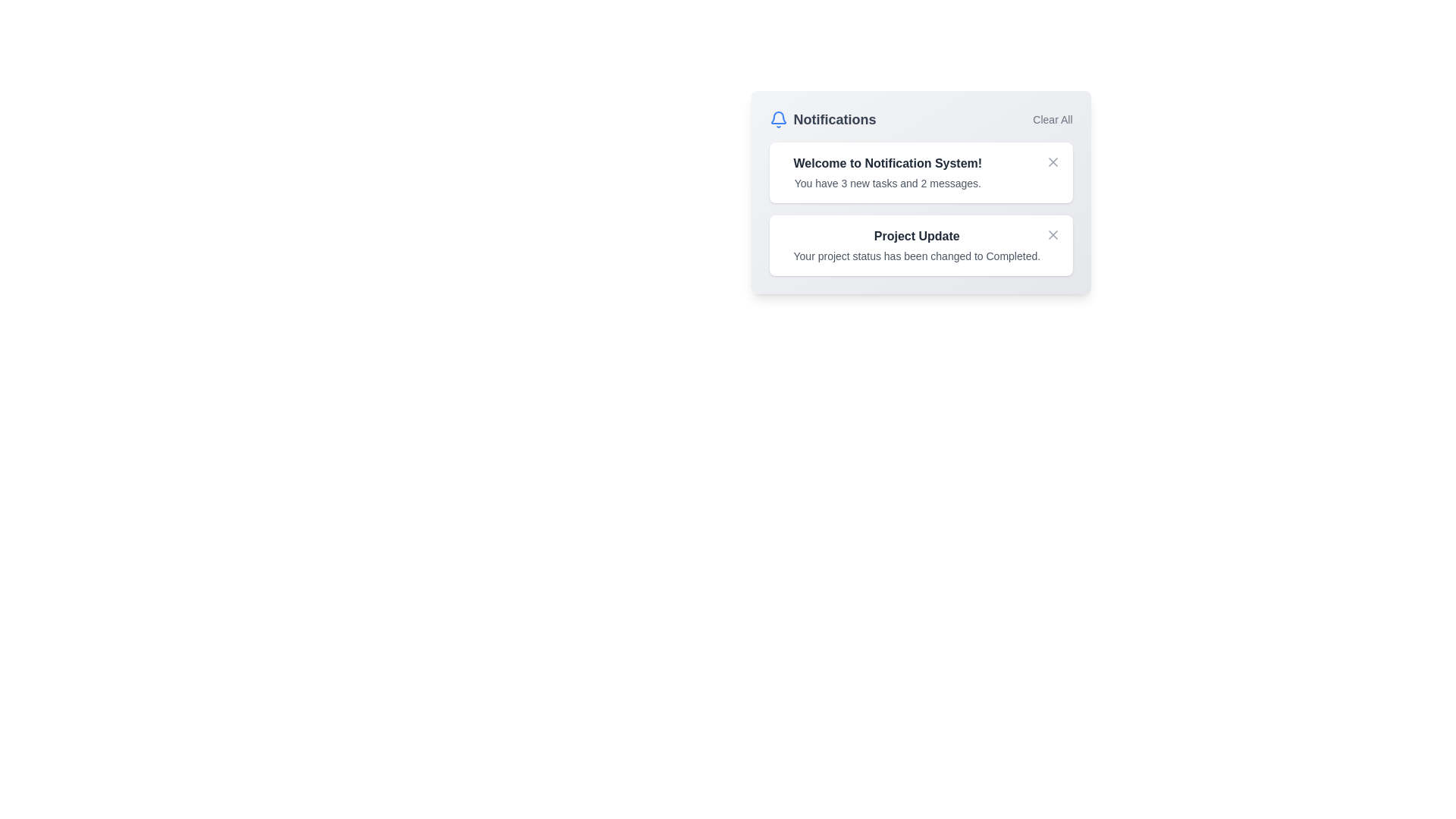 This screenshot has height=819, width=1456. What do you see at coordinates (887, 183) in the screenshot?
I see `the text element that states 'You have 3 new tasks and 2 messages.' which is located below the title 'Welcome to Notification System!' in the notification box` at bounding box center [887, 183].